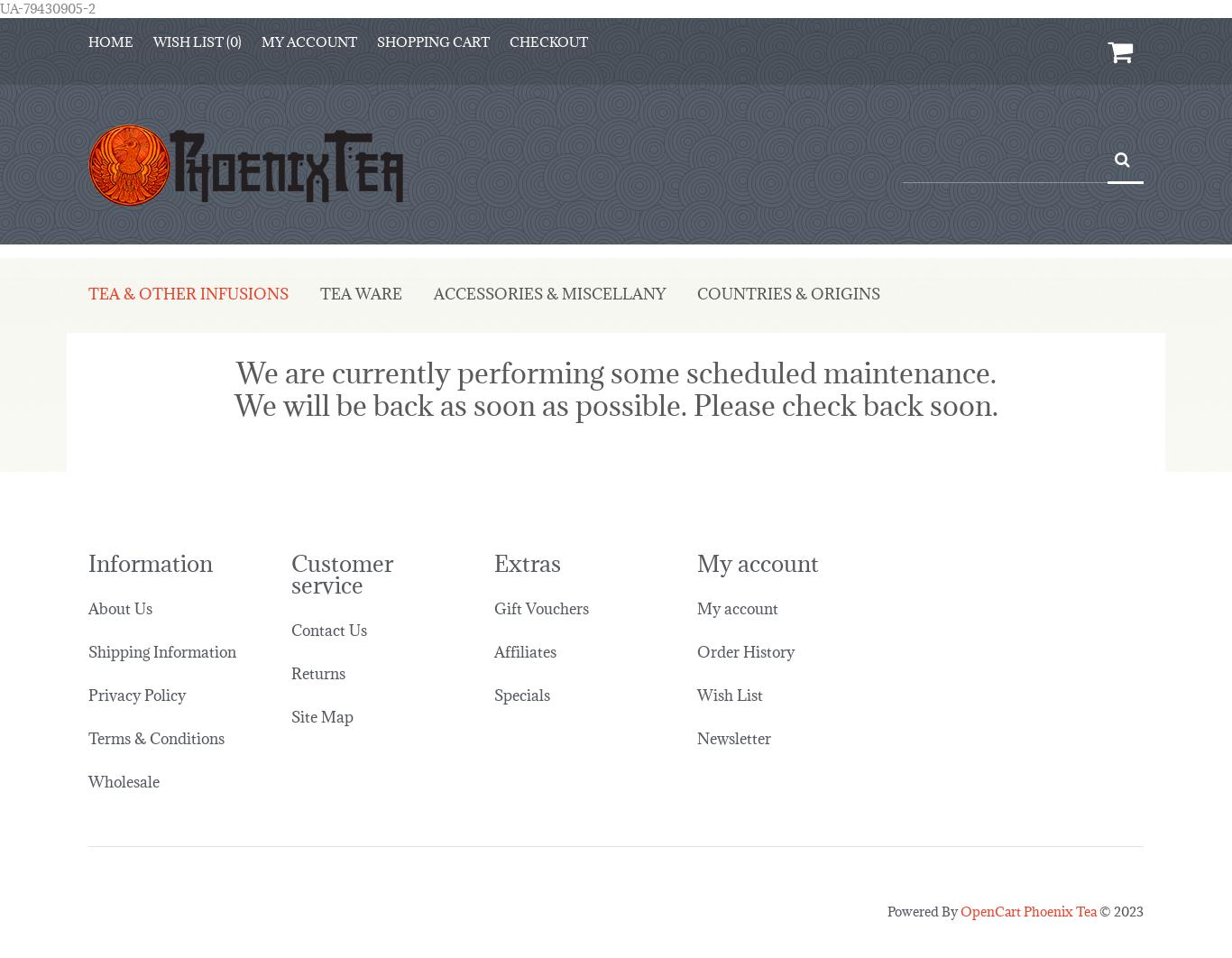  What do you see at coordinates (744, 637) in the screenshot?
I see `'Order History'` at bounding box center [744, 637].